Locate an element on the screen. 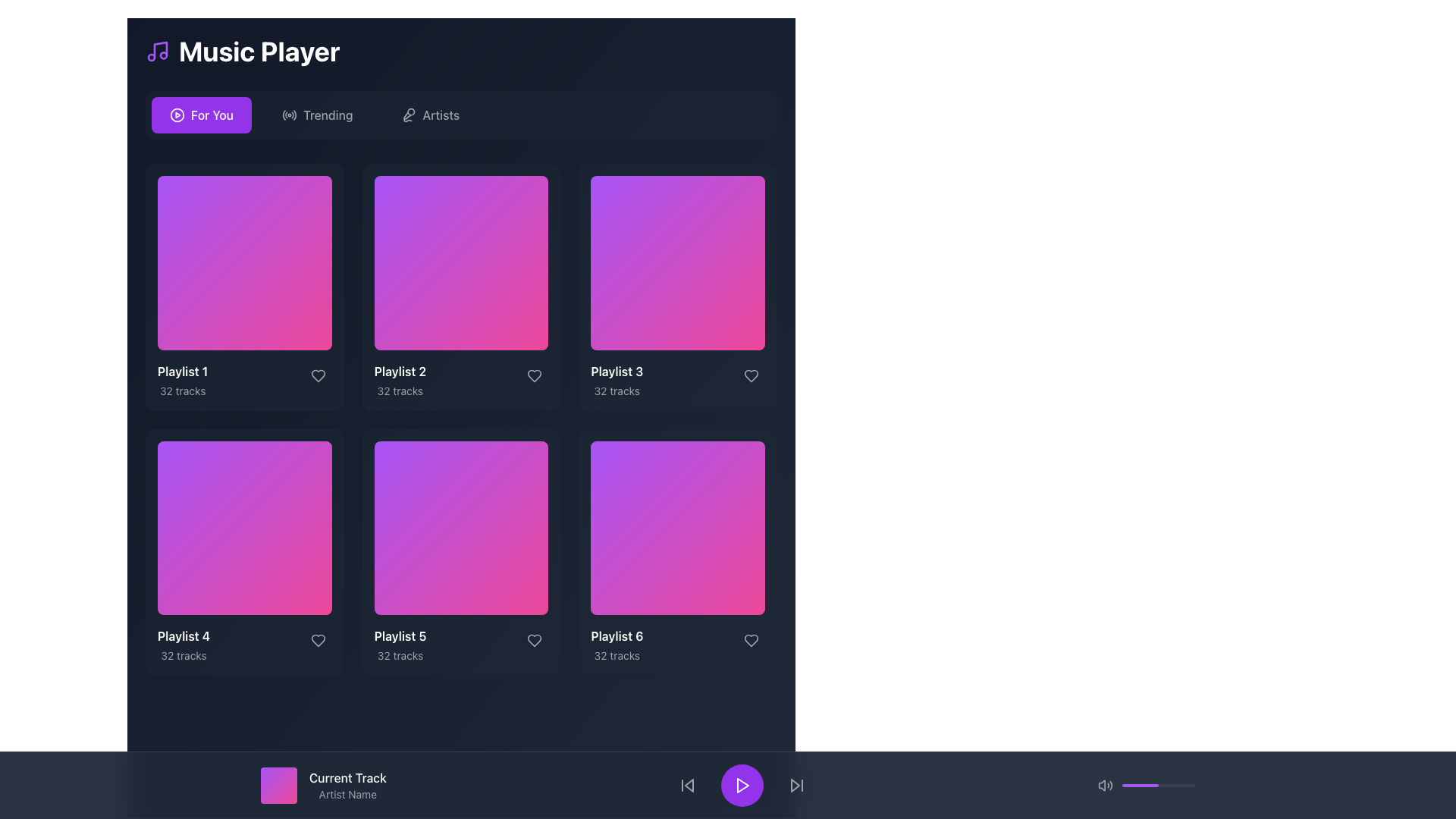 This screenshot has height=819, width=1456. the non-interactive text label 'Playlist 4' located at the bottom-left section of the fourth playlist card in a 2-by-3 grid layout is located at coordinates (183, 636).